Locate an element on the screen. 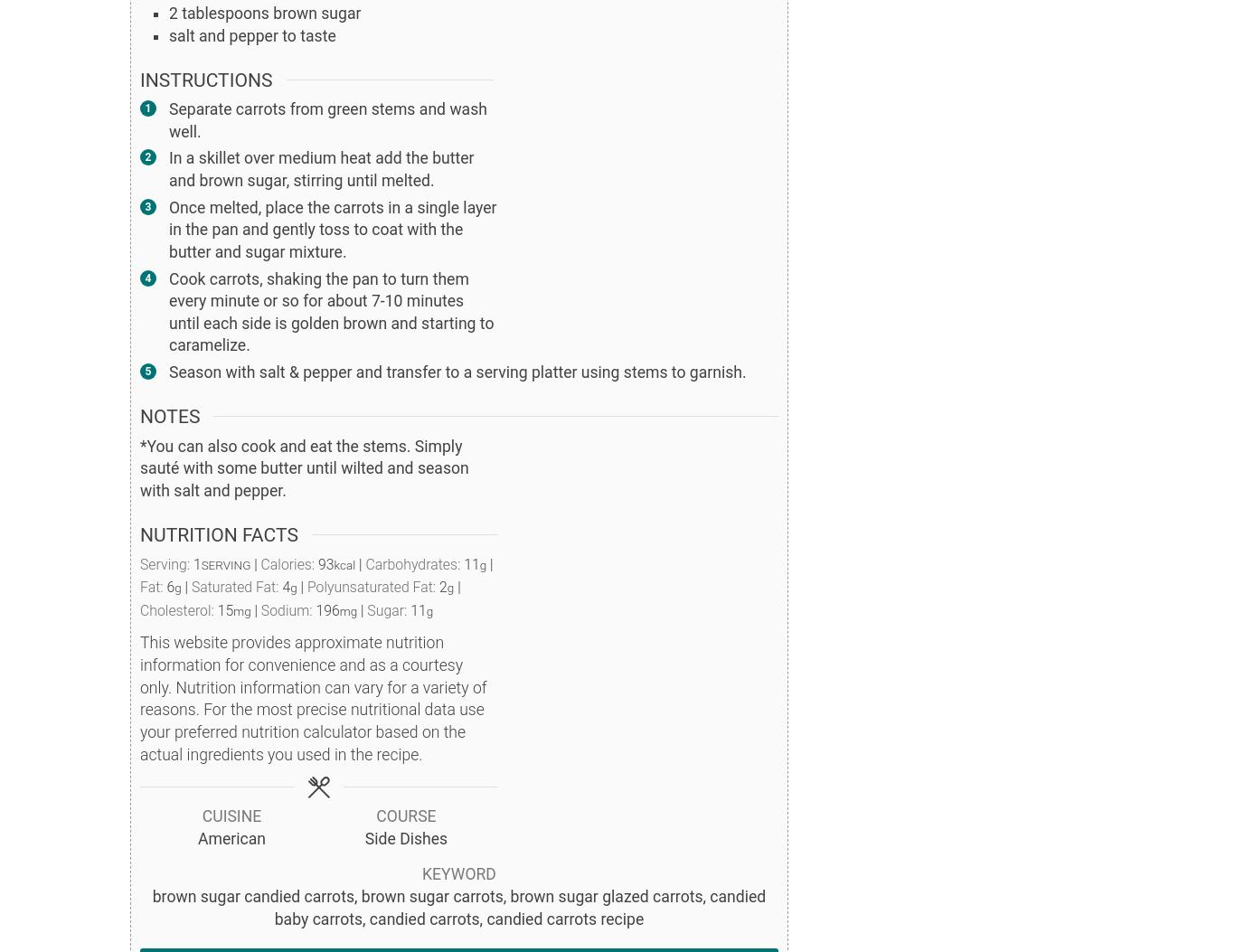 The width and height of the screenshot is (1235, 952). 'Notes' is located at coordinates (168, 415).